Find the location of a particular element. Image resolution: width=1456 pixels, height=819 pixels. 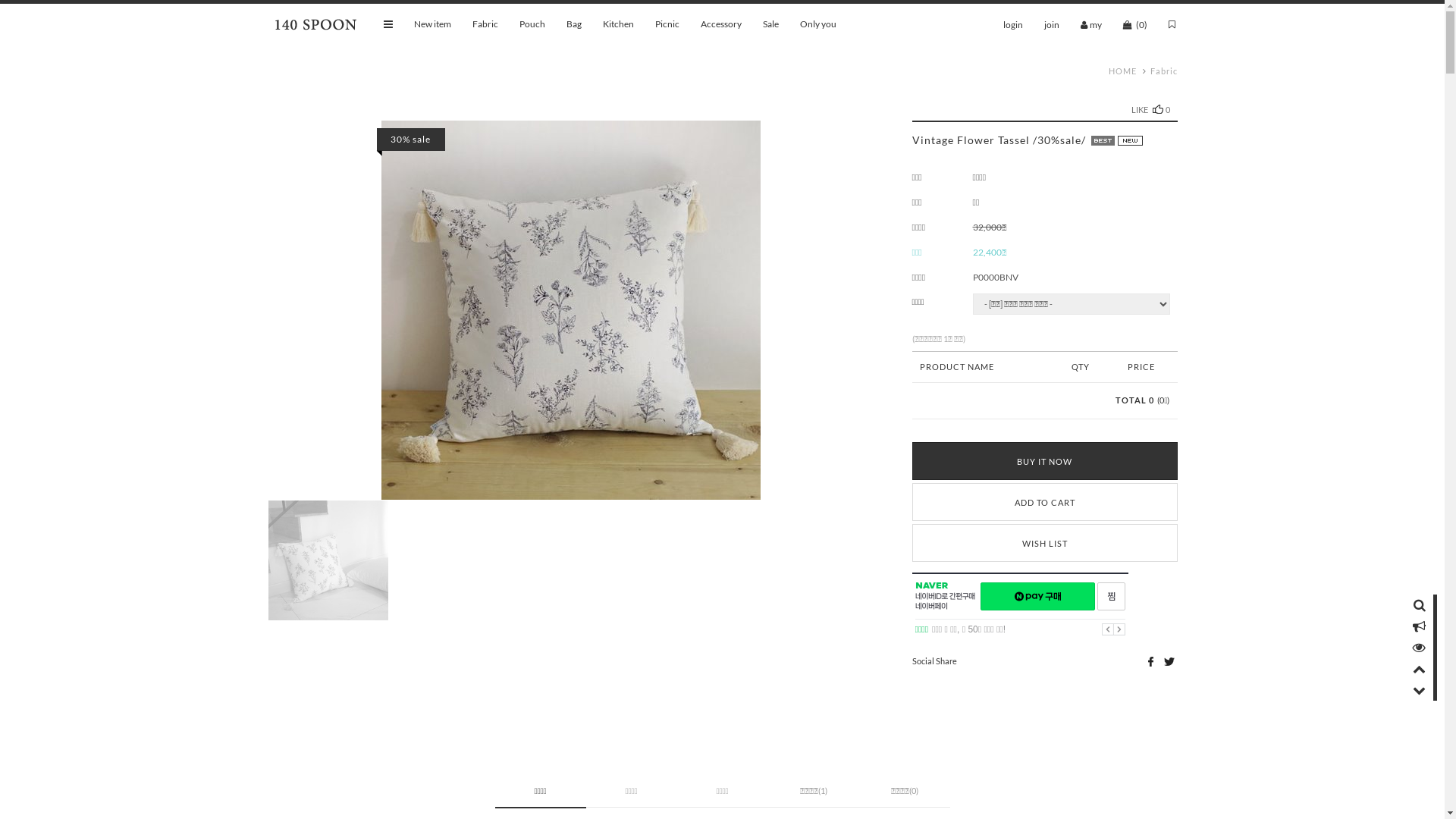

'Sale' is located at coordinates (770, 24).